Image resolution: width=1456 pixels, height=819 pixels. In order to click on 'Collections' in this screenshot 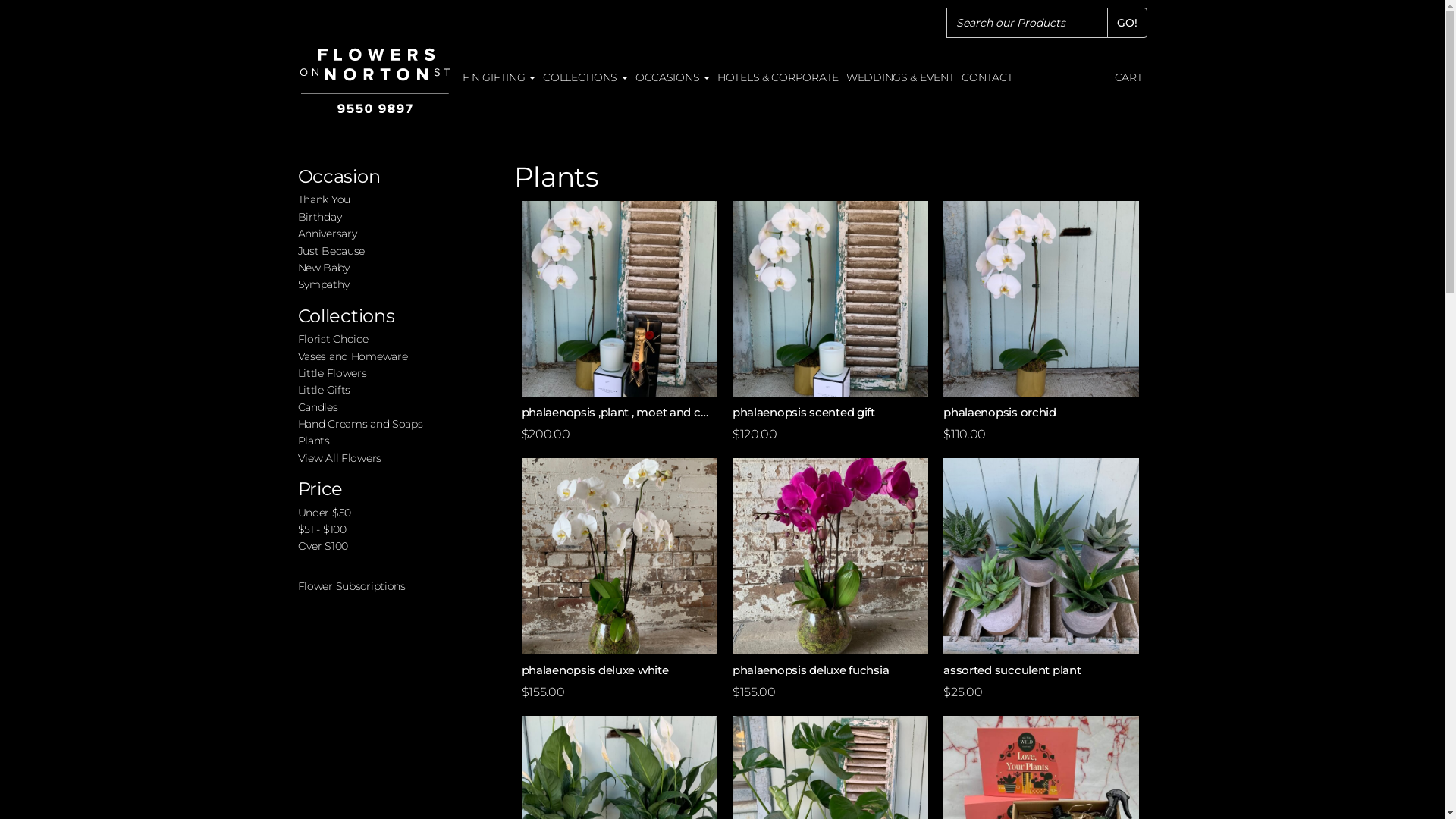, I will do `click(297, 315)`.